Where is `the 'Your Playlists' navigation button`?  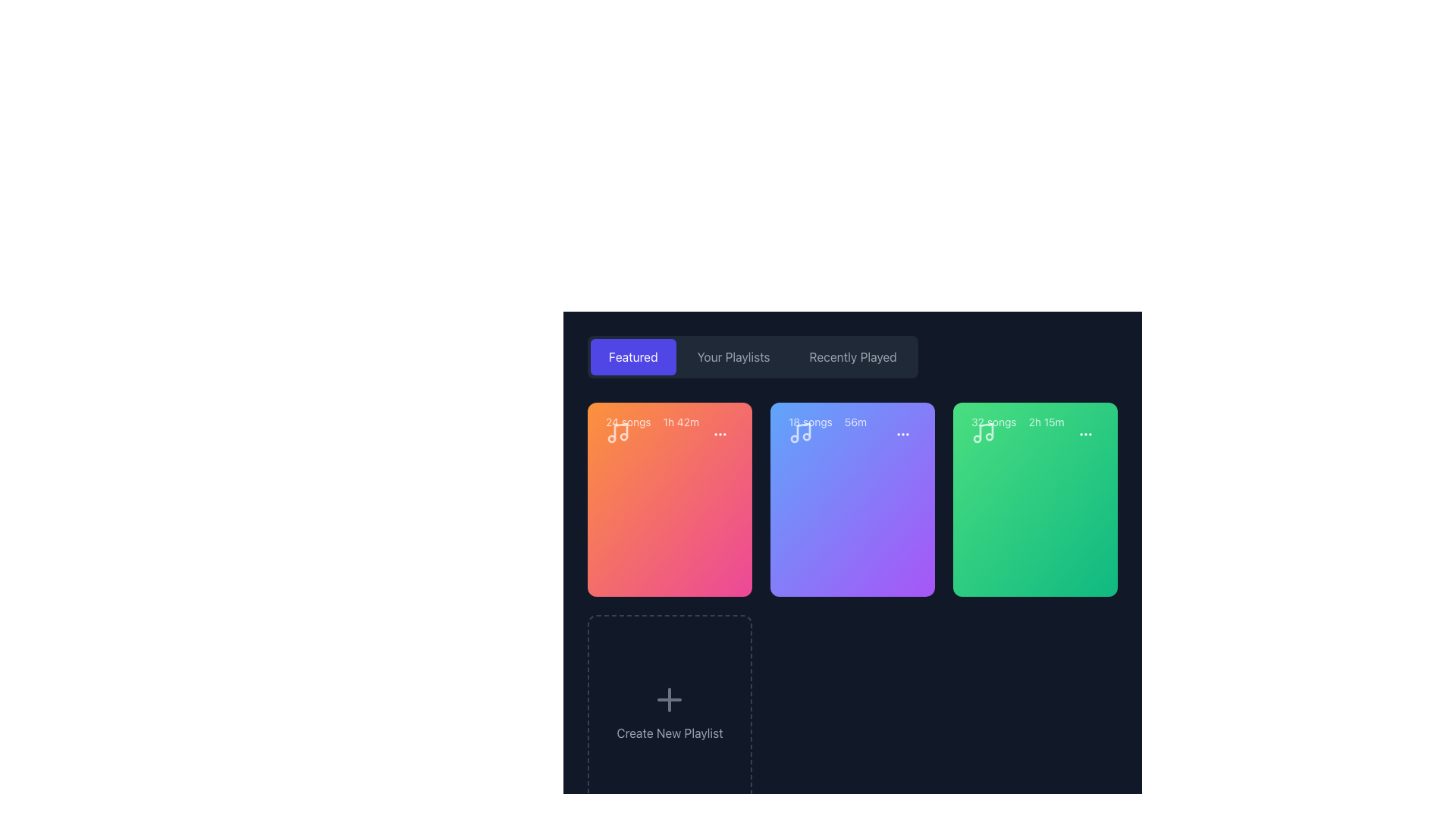 the 'Your Playlists' navigation button is located at coordinates (733, 356).